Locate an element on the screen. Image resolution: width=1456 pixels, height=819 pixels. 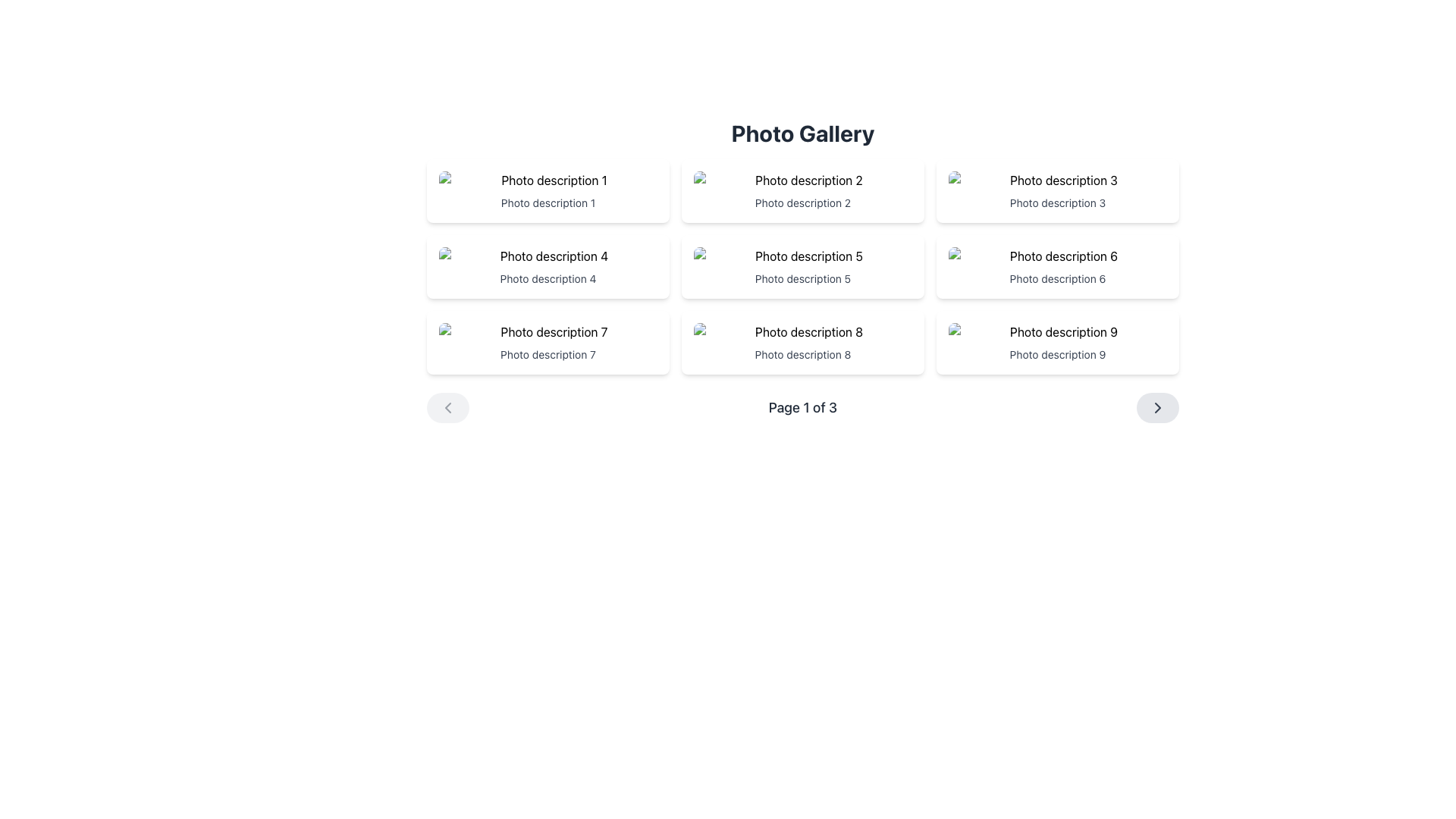
the rectangular image element with rounded corners that contains the 'Image Placeholder' graphic and the text 'Photo 2', located in the second card of the first row in the 'Photo Gallery' is located at coordinates (802, 180).